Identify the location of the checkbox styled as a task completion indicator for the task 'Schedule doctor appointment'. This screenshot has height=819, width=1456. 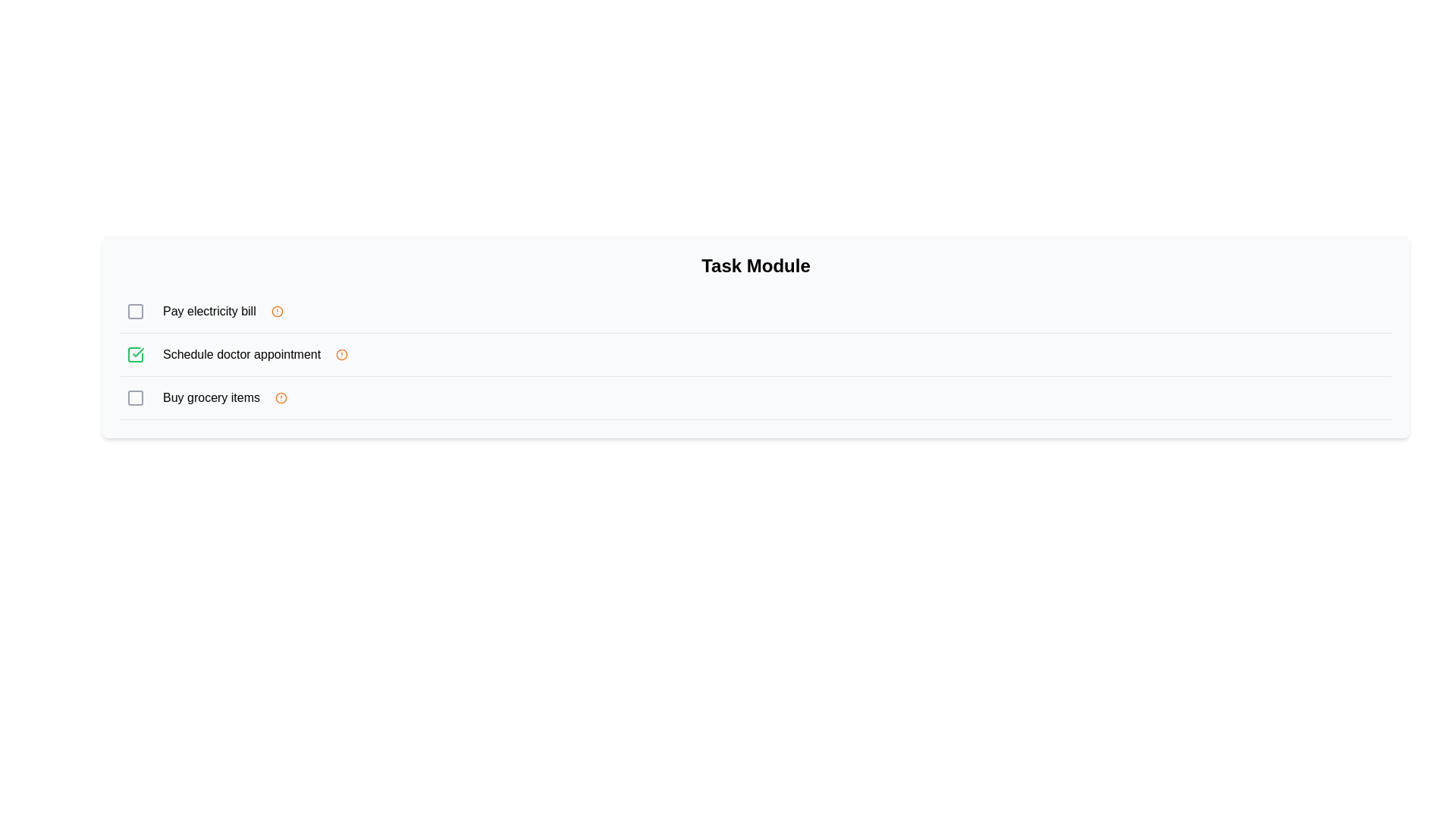
(135, 354).